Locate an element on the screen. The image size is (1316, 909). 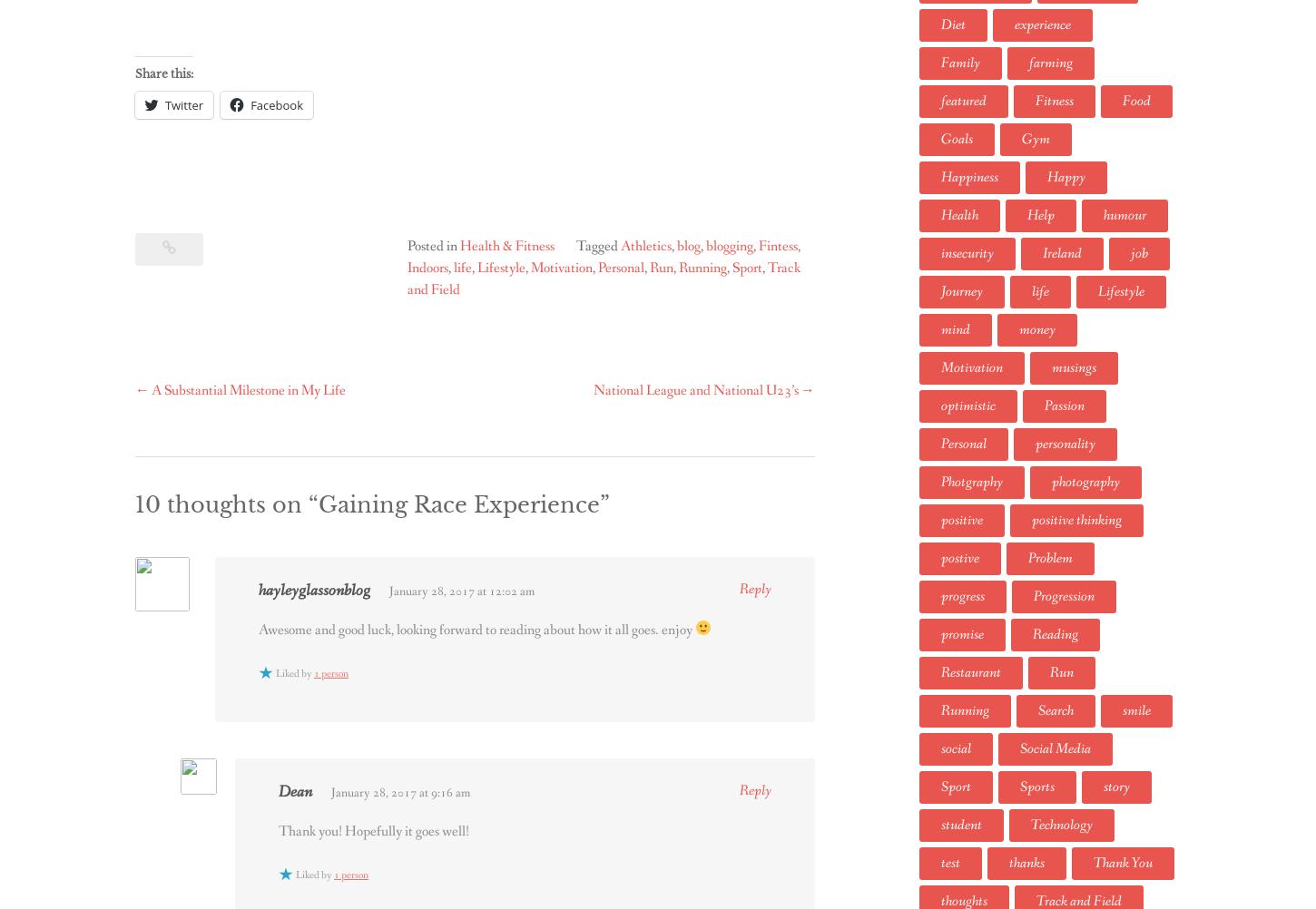
'mind' is located at coordinates (955, 328).